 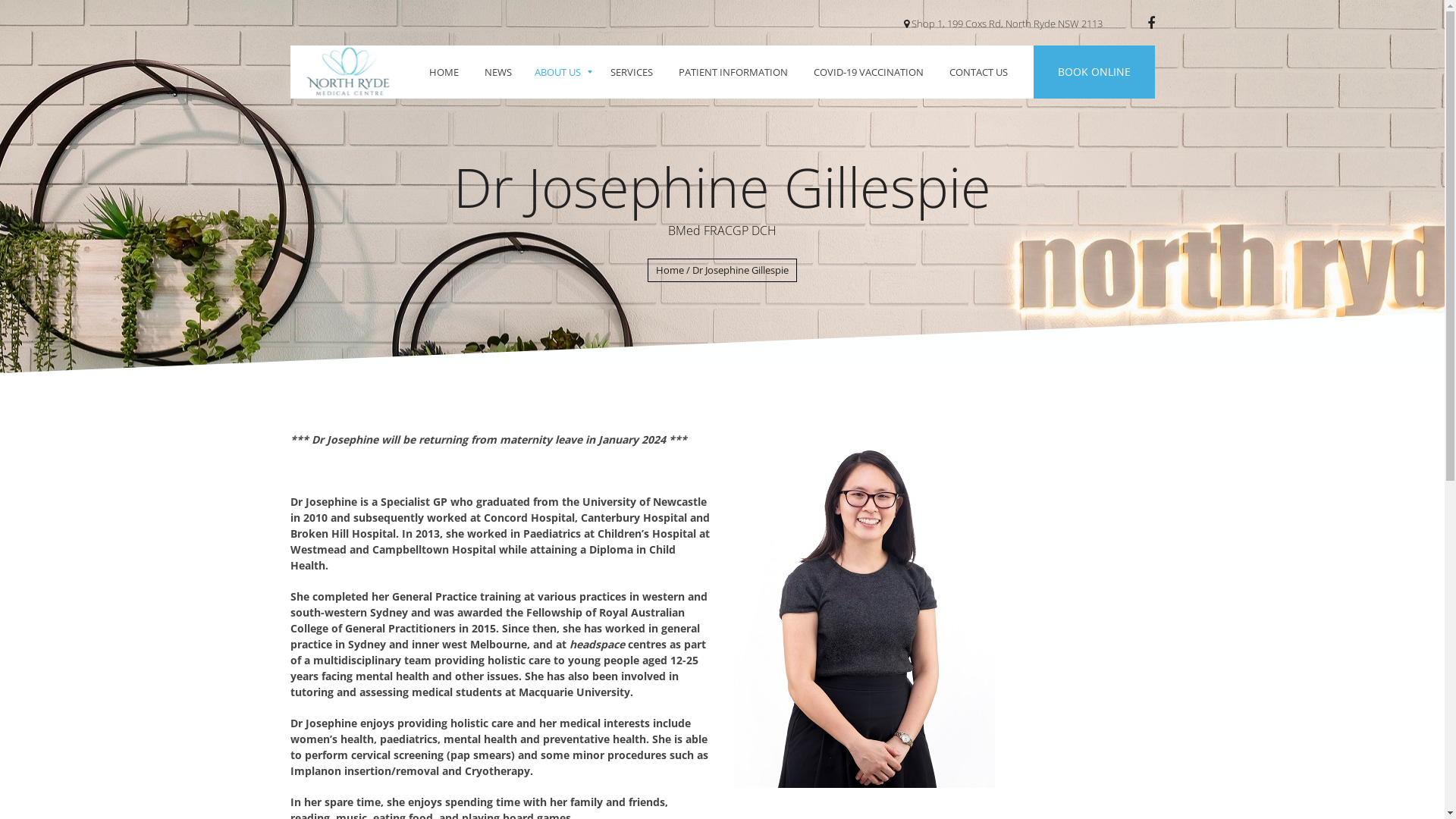 I want to click on 'HOME', so click(x=415, y=72).